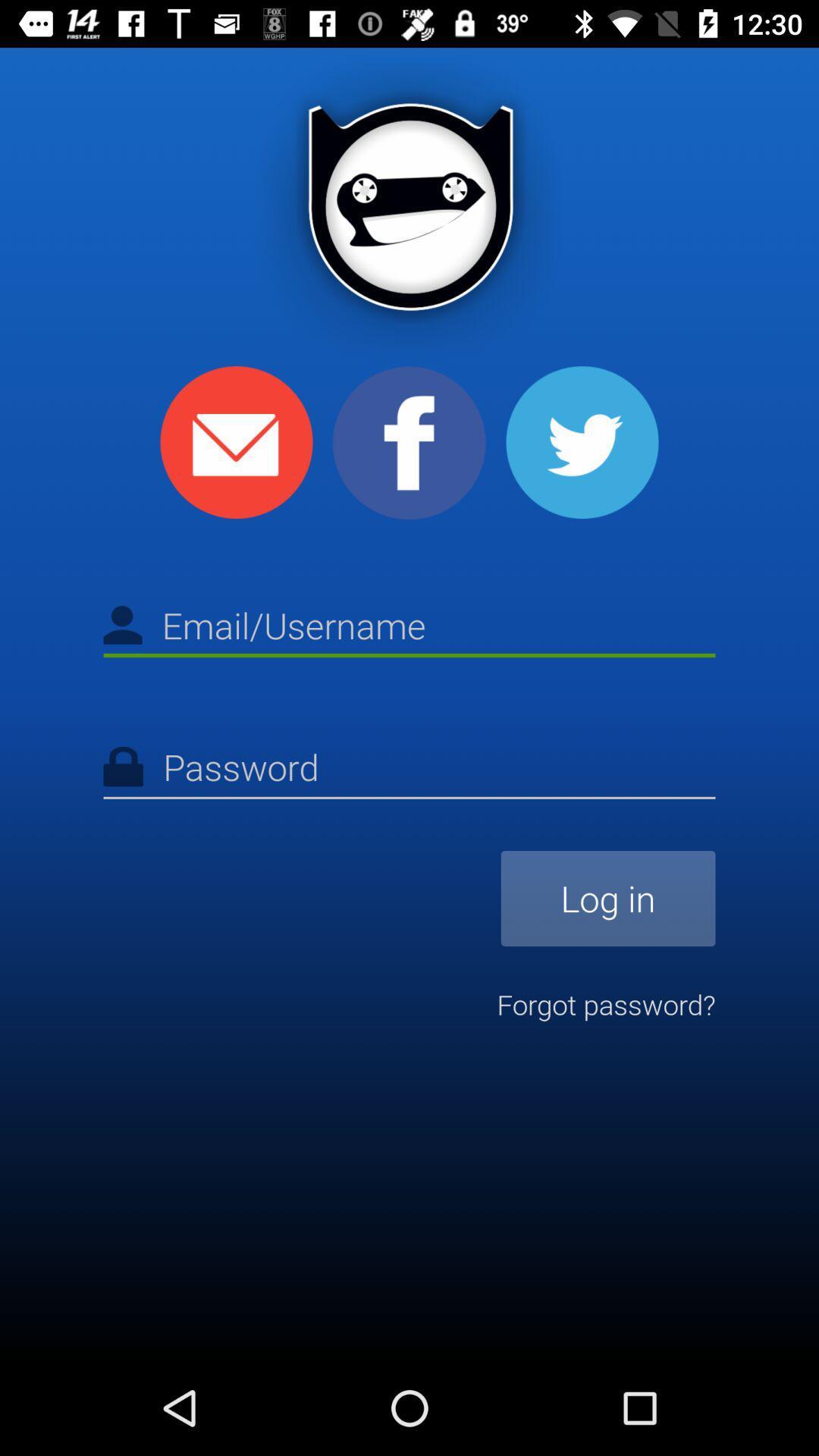 The width and height of the screenshot is (819, 1456). I want to click on twitter, so click(581, 441).